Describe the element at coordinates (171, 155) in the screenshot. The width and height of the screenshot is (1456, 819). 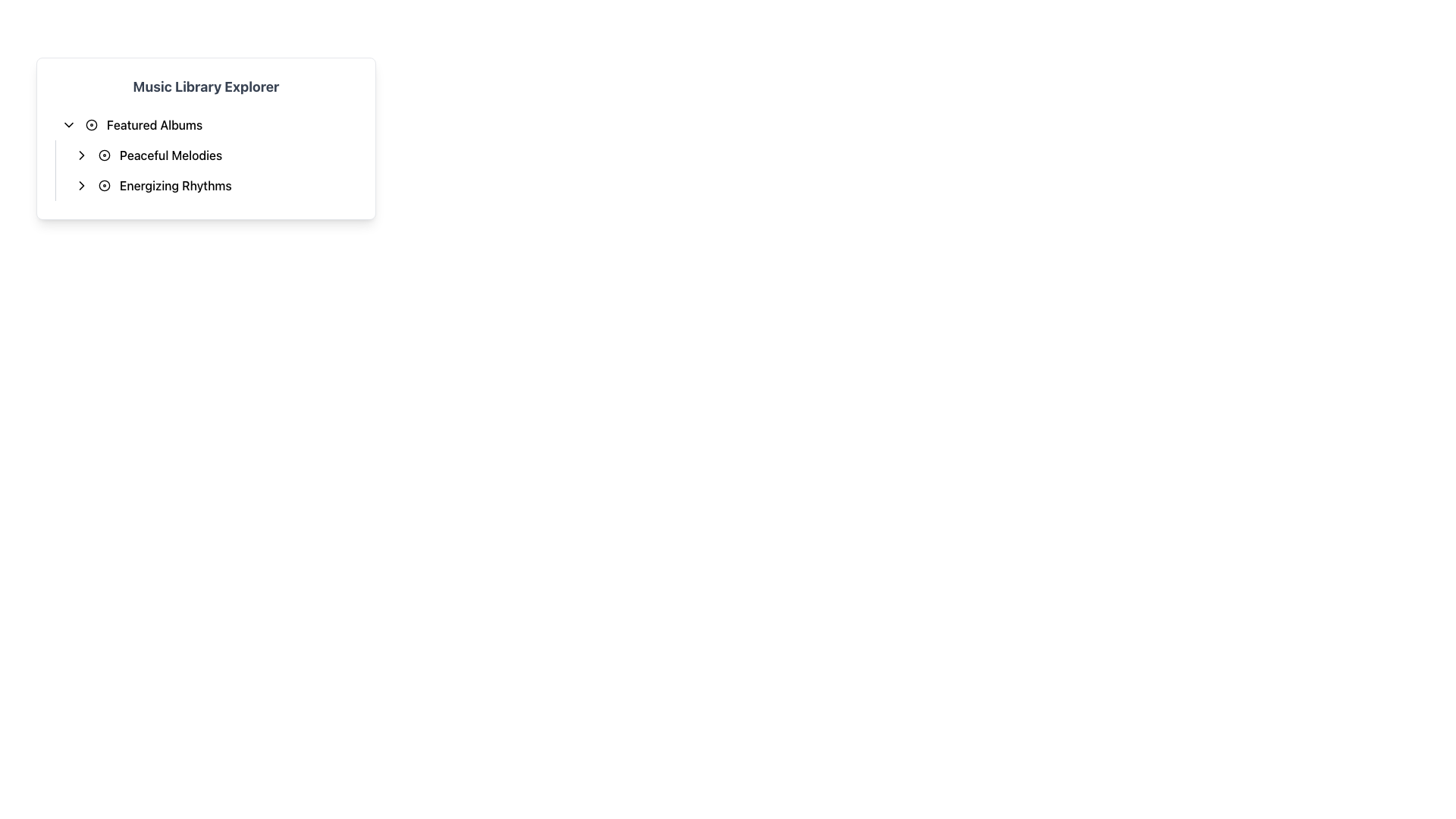
I see `the clickable text label representing a specific item in the 'Featured Albums' section of the Music Library Explorer` at that location.